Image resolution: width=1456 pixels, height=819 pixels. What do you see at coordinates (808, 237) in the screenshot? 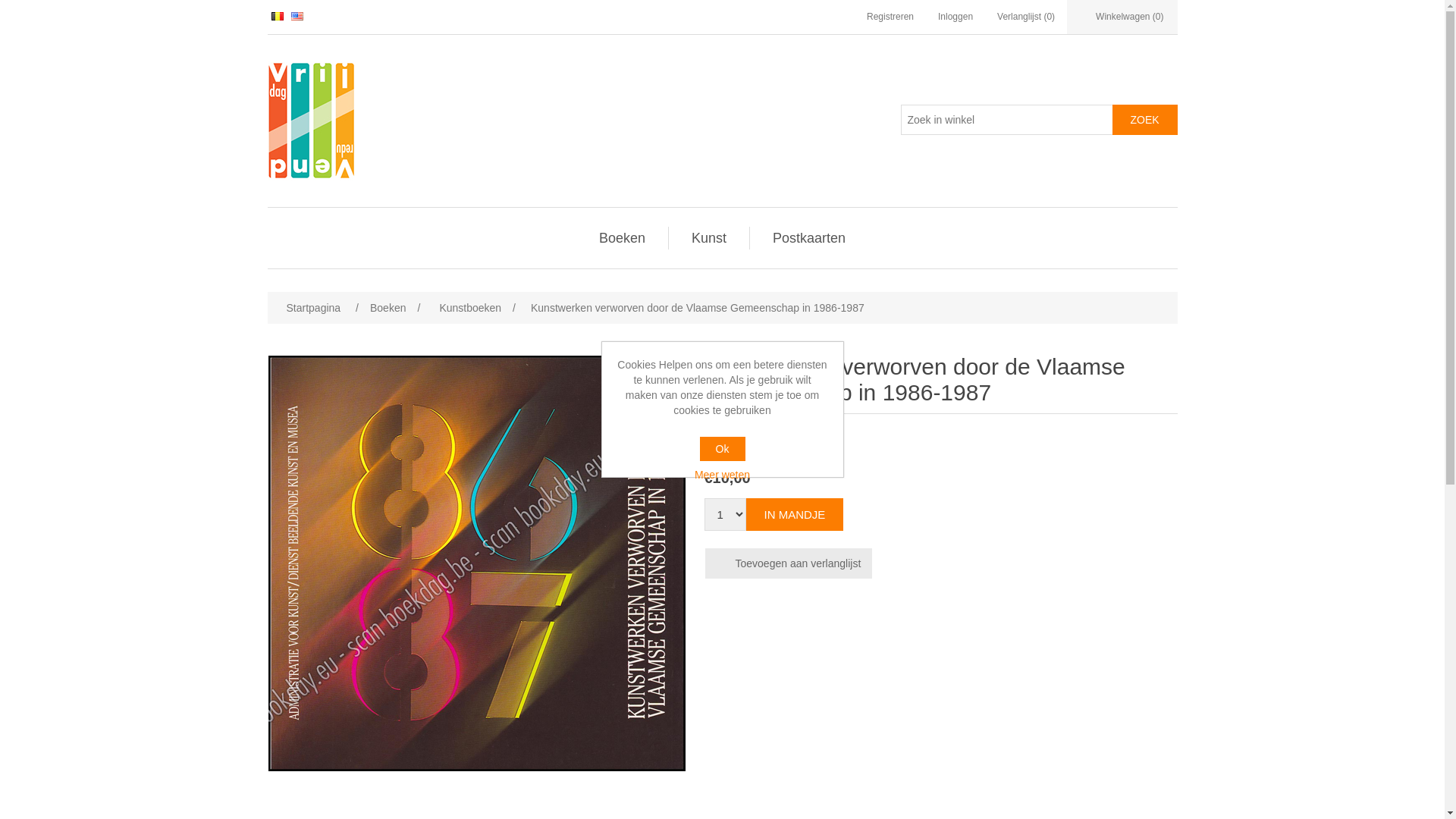
I see `'Postkaarten'` at bounding box center [808, 237].